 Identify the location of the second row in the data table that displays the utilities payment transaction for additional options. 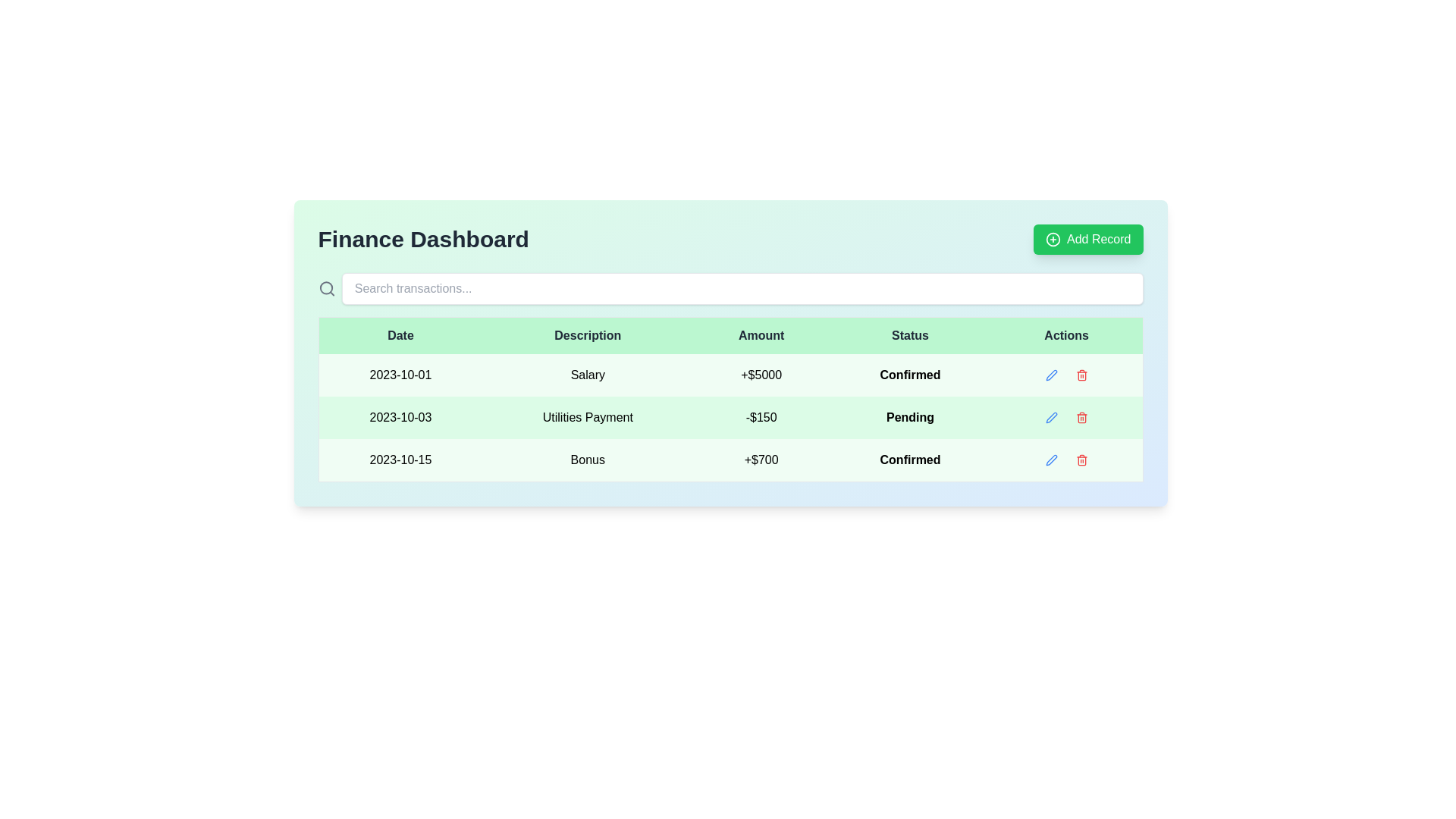
(730, 418).